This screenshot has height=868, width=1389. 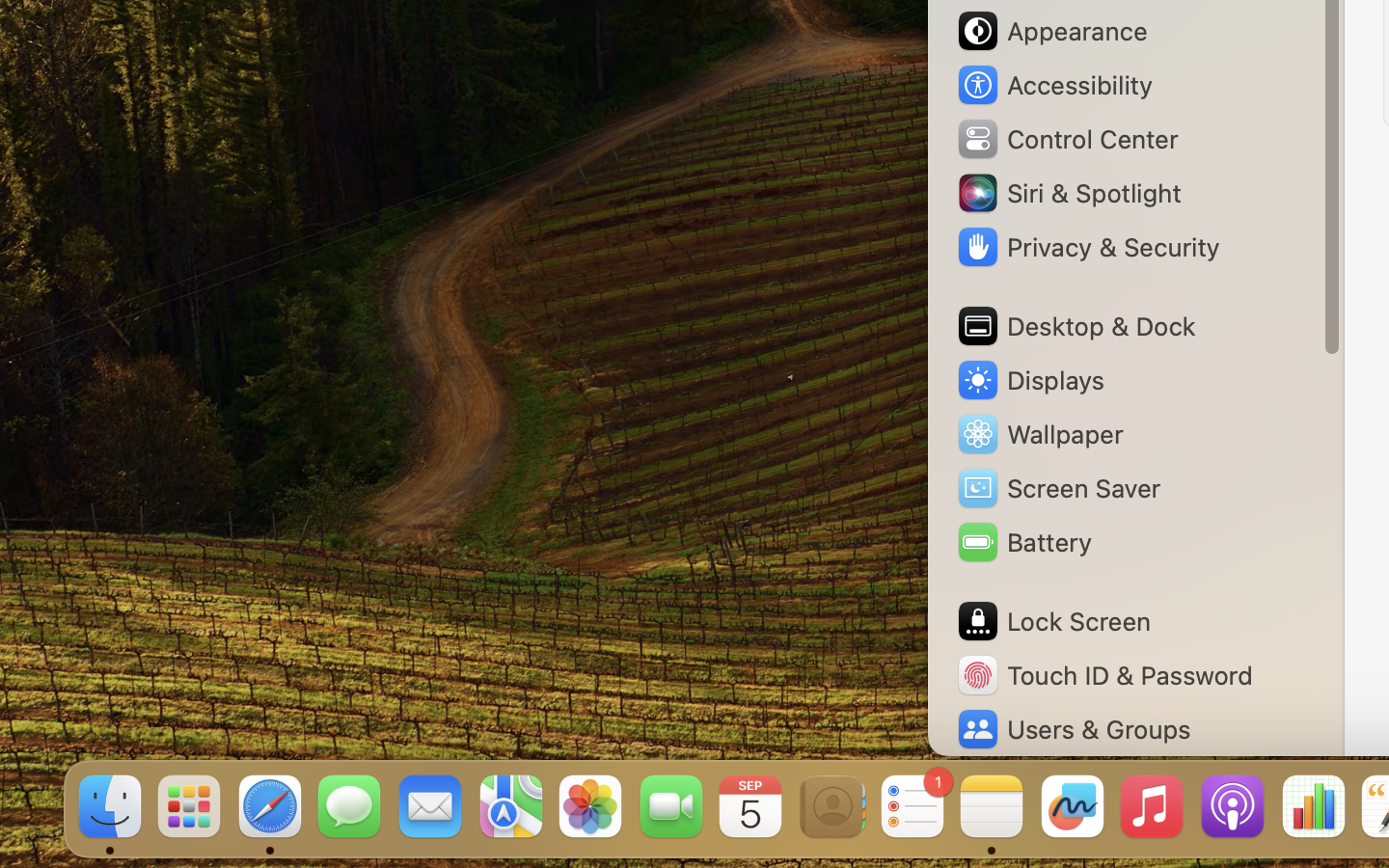 What do you see at coordinates (1052, 84) in the screenshot?
I see `'Accessibility'` at bounding box center [1052, 84].